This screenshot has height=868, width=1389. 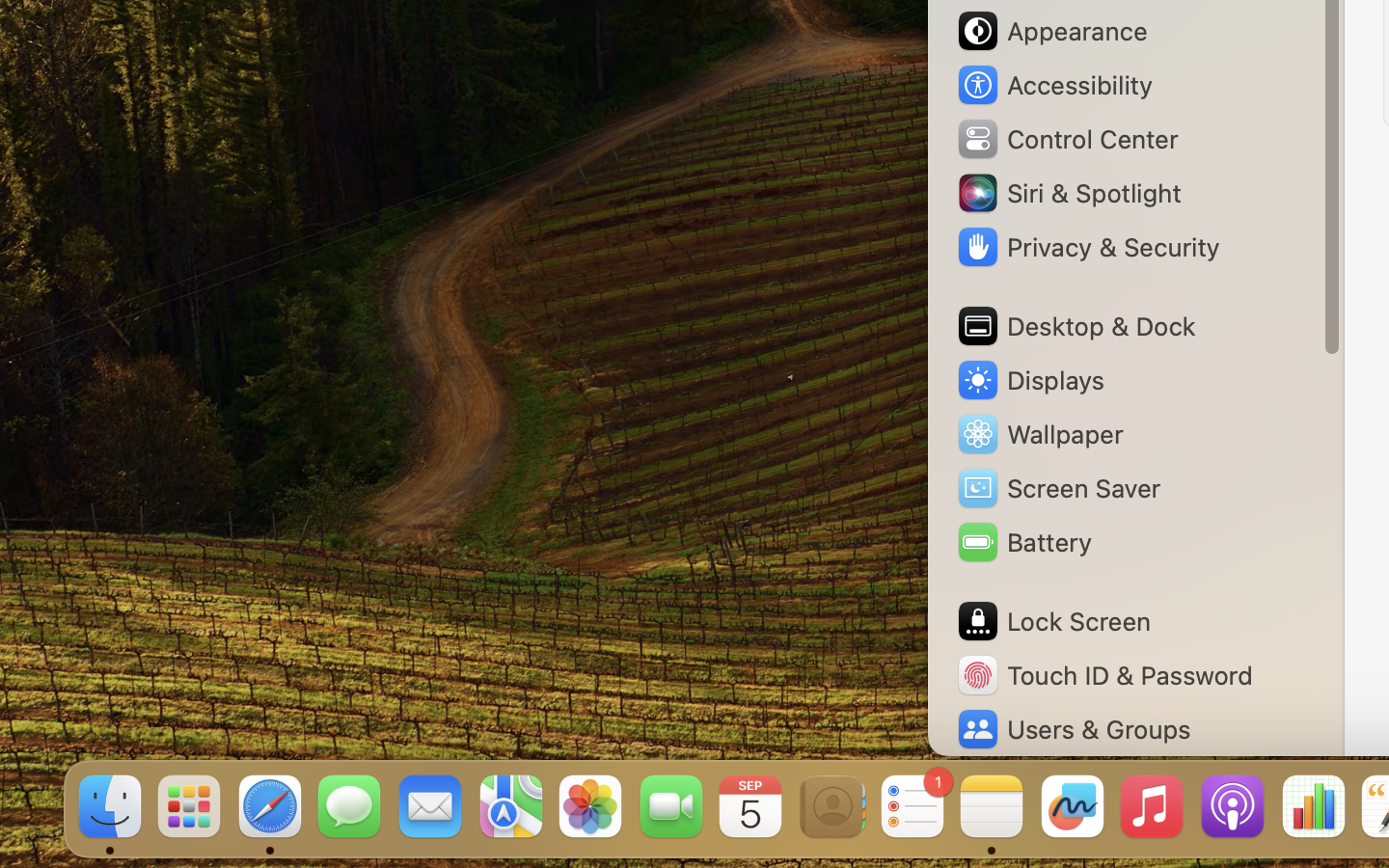 What do you see at coordinates (1052, 84) in the screenshot?
I see `'Accessibility'` at bounding box center [1052, 84].